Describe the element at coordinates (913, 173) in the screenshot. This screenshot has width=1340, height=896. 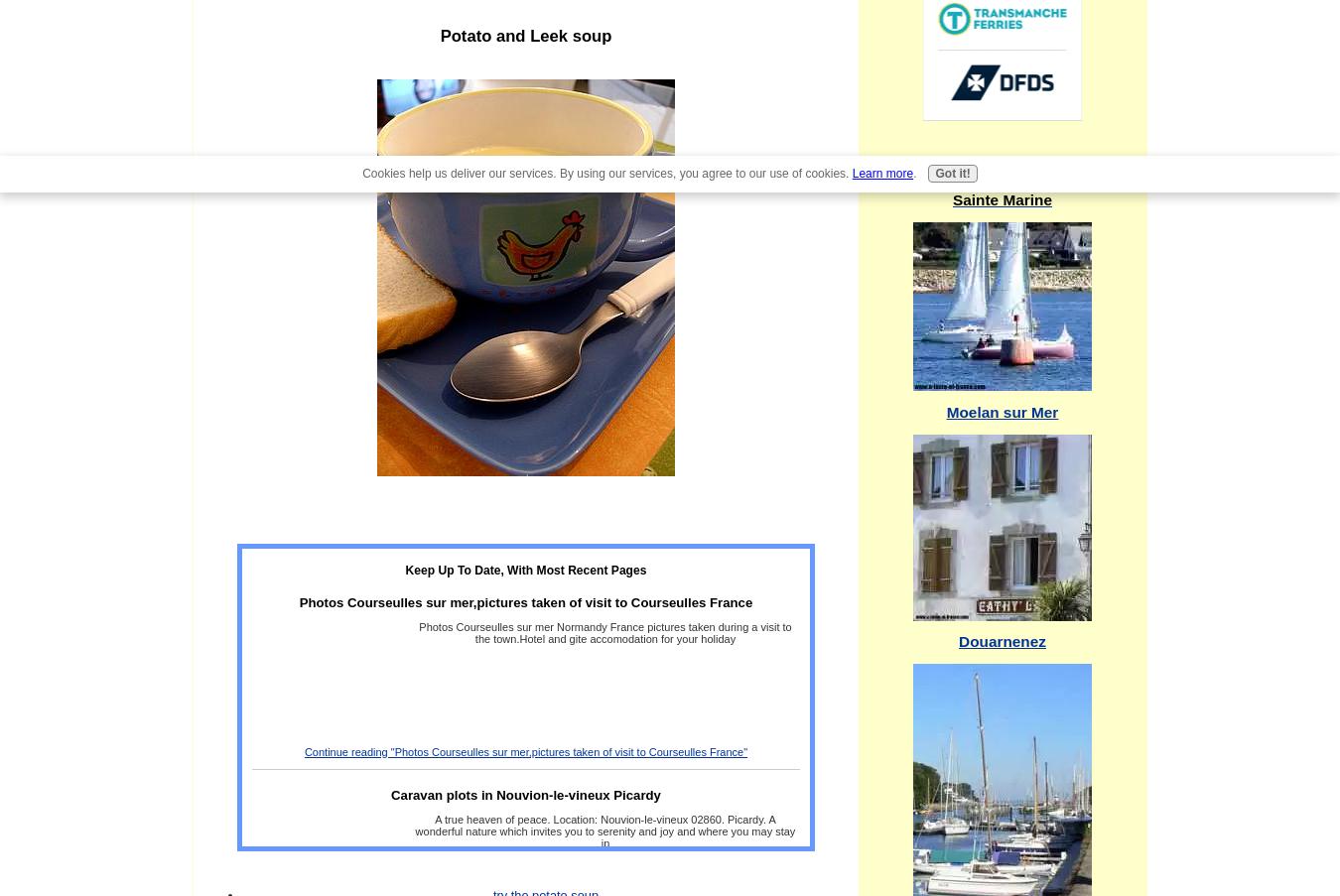
I see `'.'` at that location.